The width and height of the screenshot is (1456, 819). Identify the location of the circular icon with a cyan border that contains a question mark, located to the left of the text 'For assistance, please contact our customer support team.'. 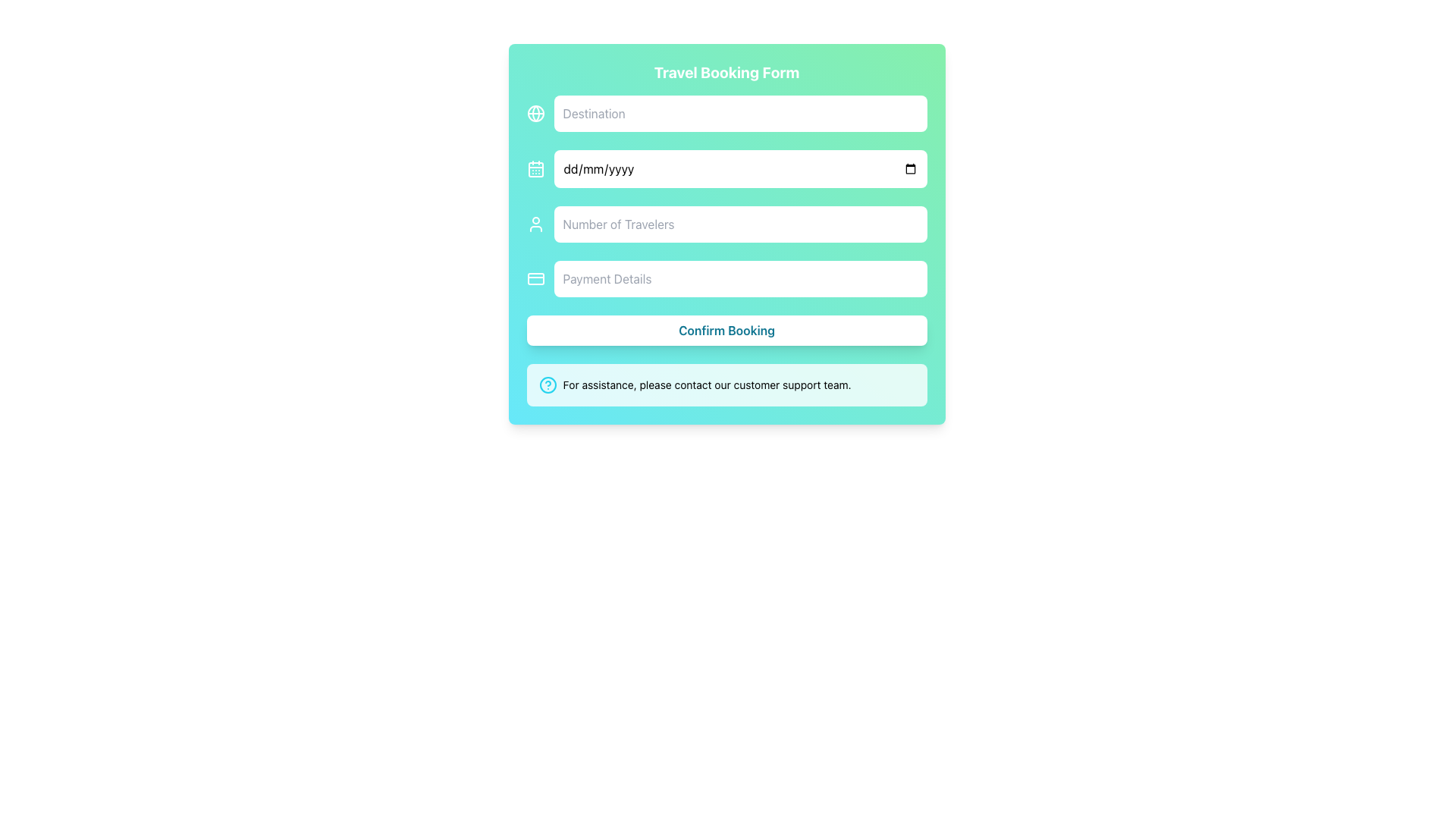
(547, 384).